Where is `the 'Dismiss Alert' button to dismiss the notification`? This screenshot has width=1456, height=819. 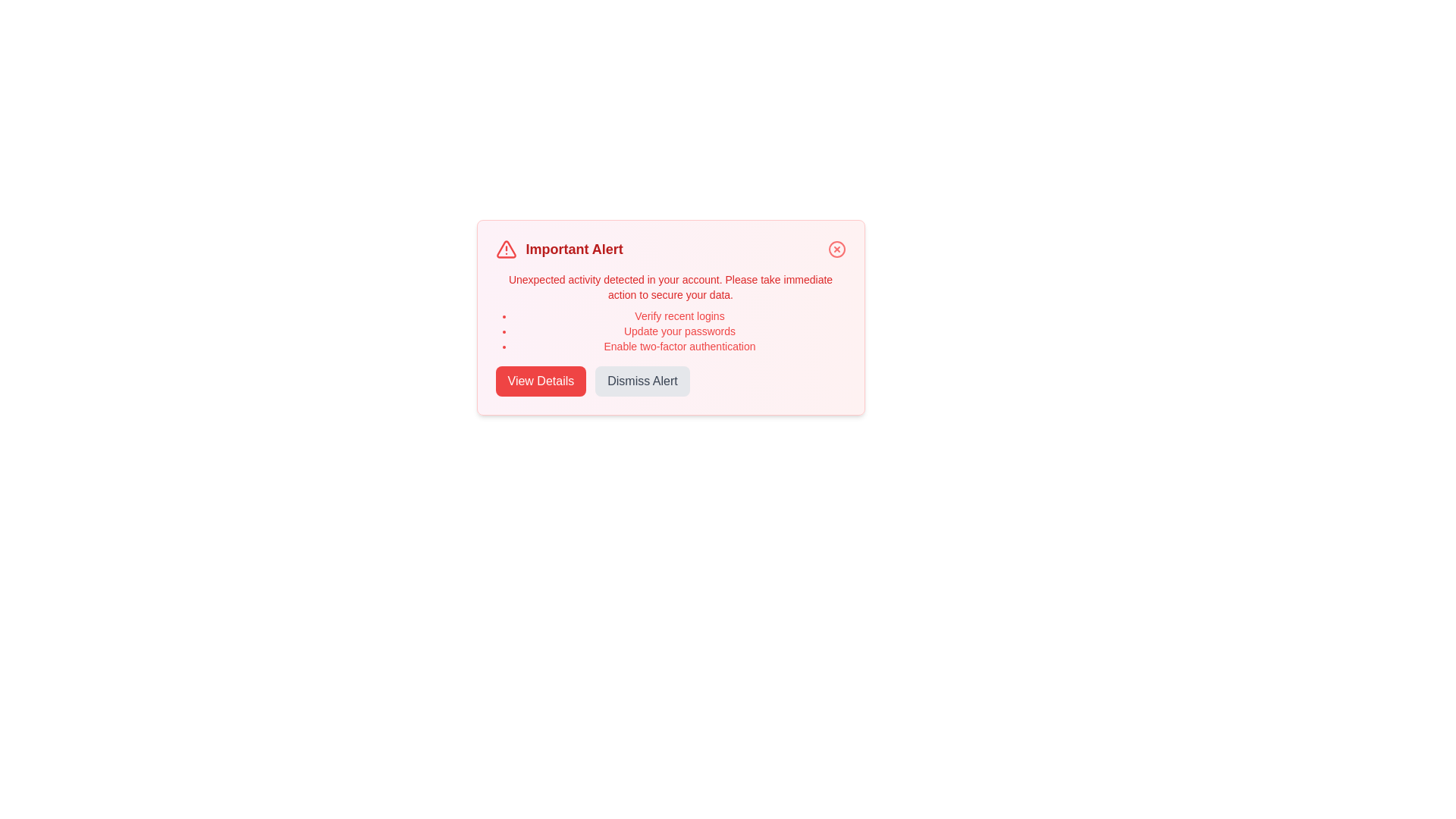
the 'Dismiss Alert' button to dismiss the notification is located at coordinates (642, 380).